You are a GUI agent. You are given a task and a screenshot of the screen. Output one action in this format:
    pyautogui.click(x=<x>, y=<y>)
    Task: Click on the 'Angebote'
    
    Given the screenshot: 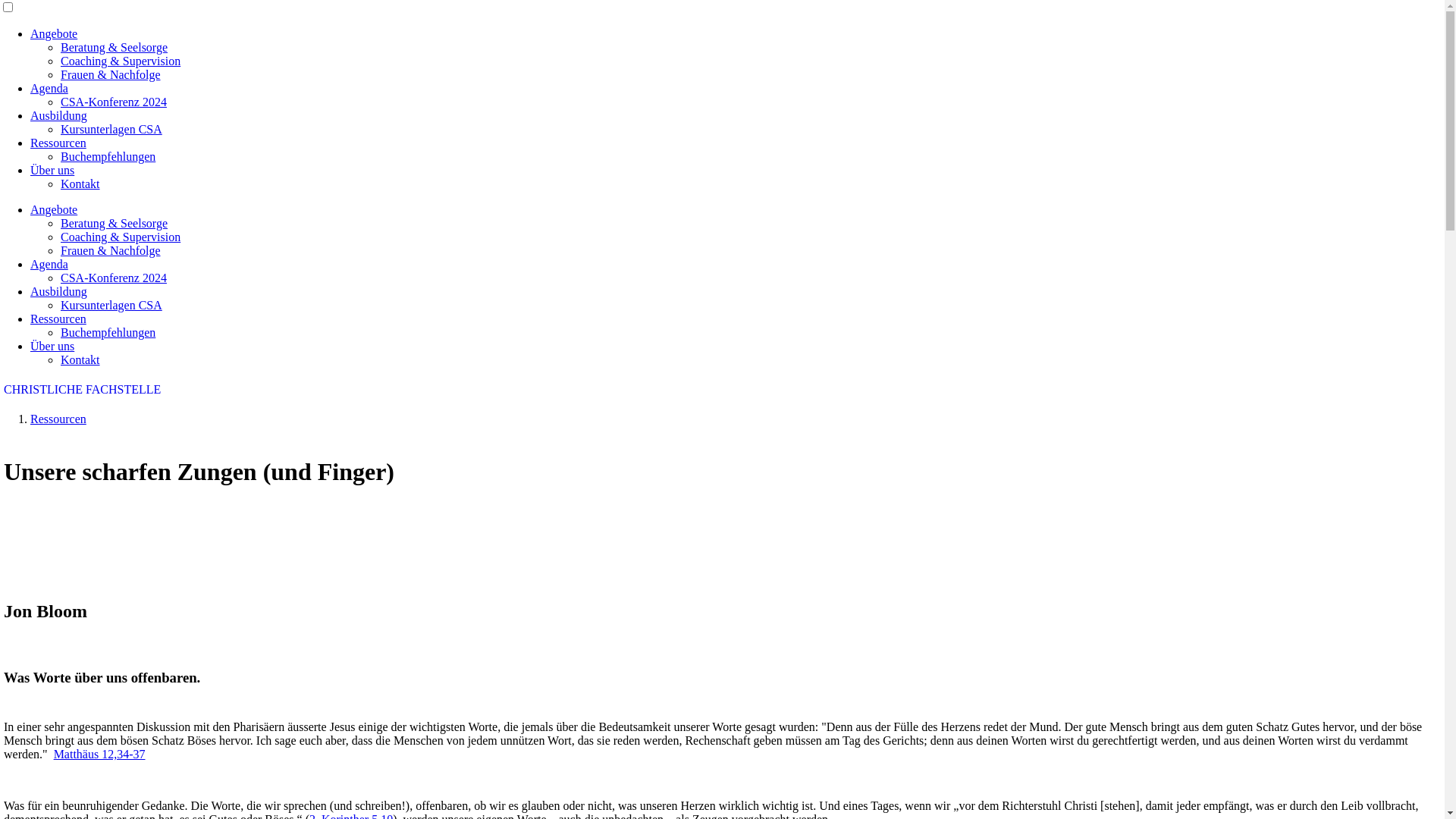 What is the action you would take?
    pyautogui.click(x=54, y=209)
    